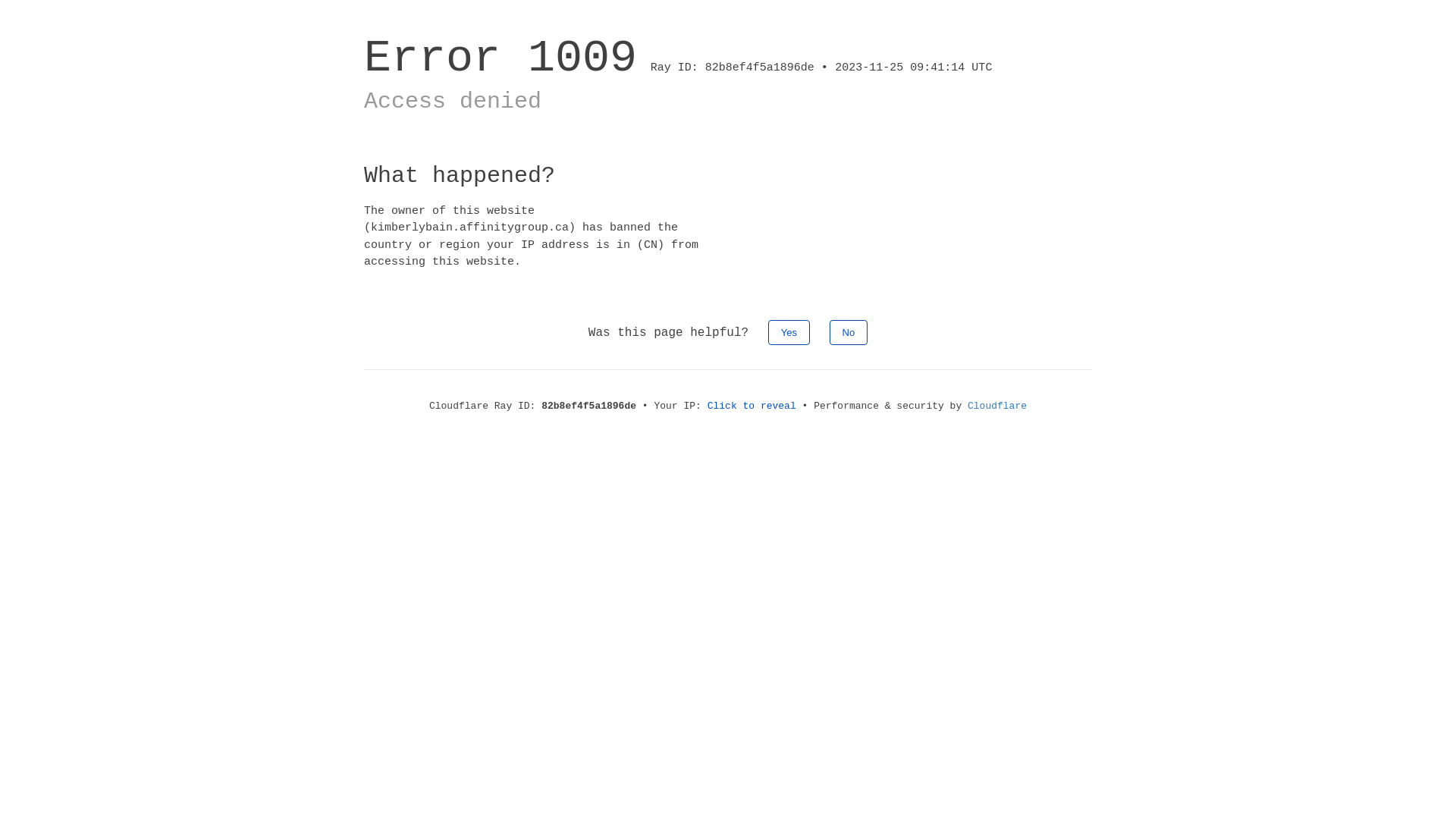  I want to click on 'Cloudflare', so click(997, 405).